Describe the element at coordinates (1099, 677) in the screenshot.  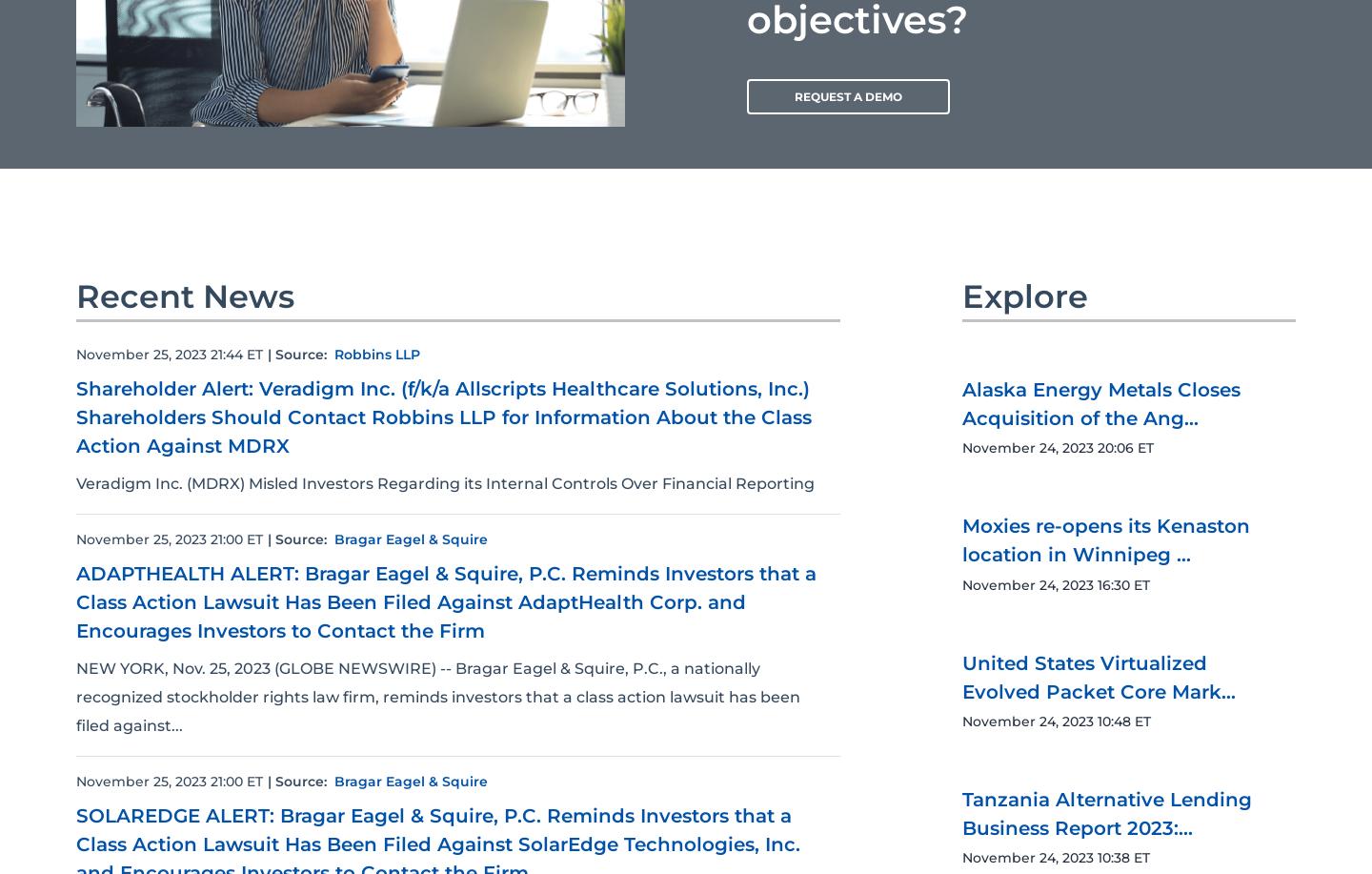
I see `'United States Virtualized Evolved Packet Core Mark...'` at that location.